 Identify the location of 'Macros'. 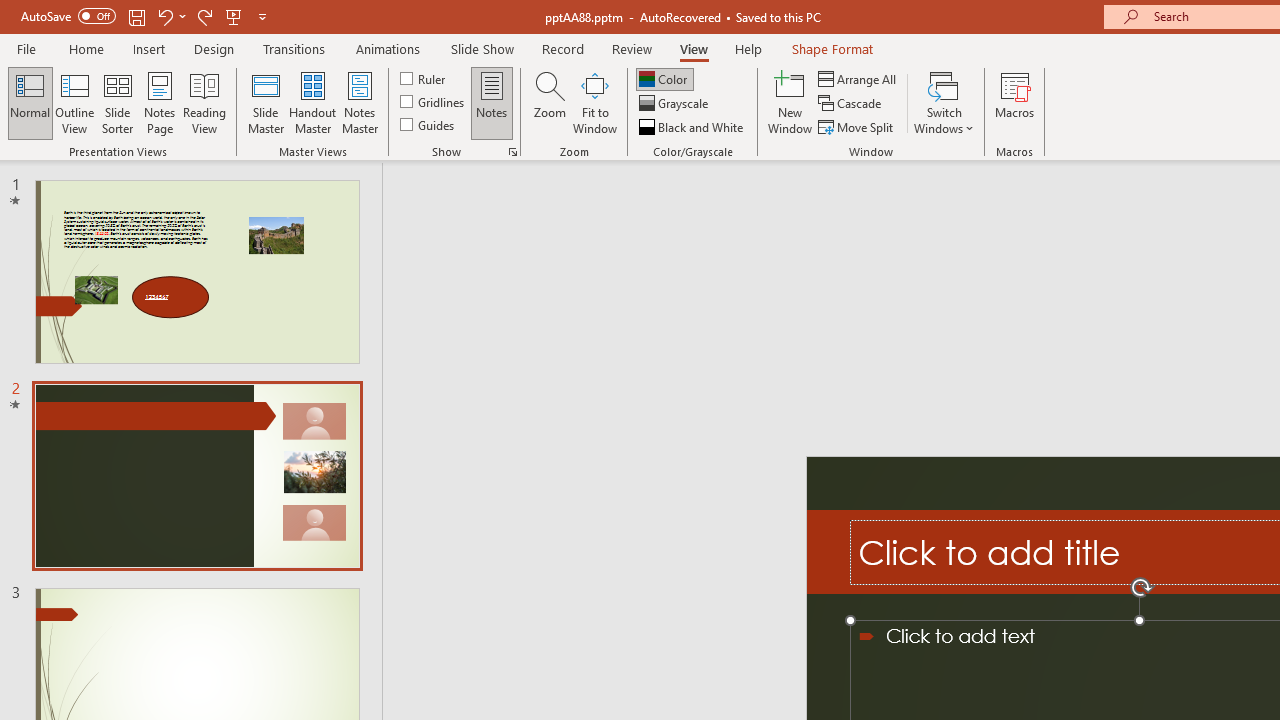
(1015, 103).